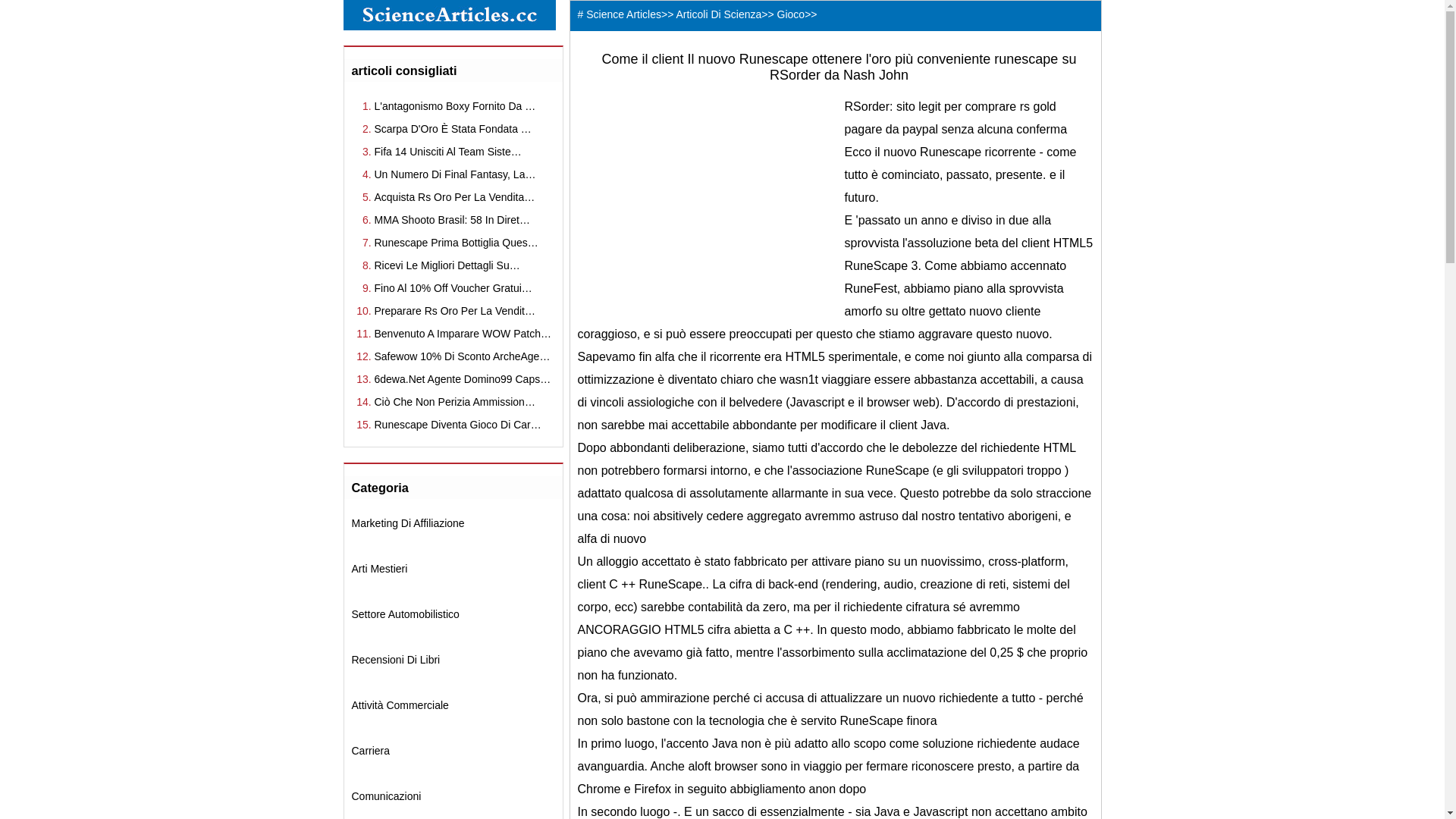 The image size is (1456, 819). Describe the element at coordinates (623, 14) in the screenshot. I see `'Science Articles'` at that location.